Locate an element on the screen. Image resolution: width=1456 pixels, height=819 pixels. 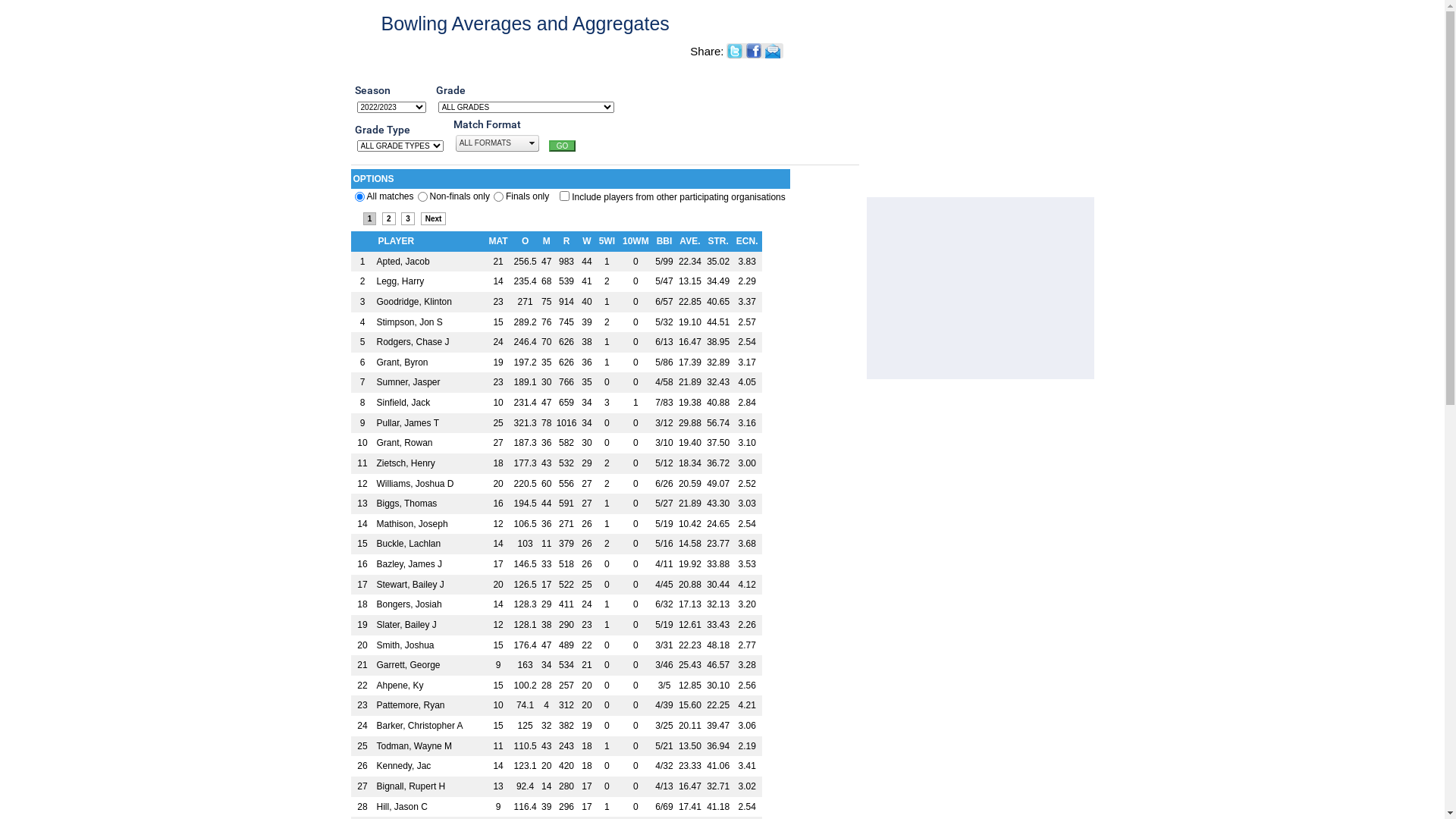
'26 Kennedy, Jac 14 123.1 20 420 18 0 0 4/32 23.33 41.06 3.41' is located at coordinates (555, 766).